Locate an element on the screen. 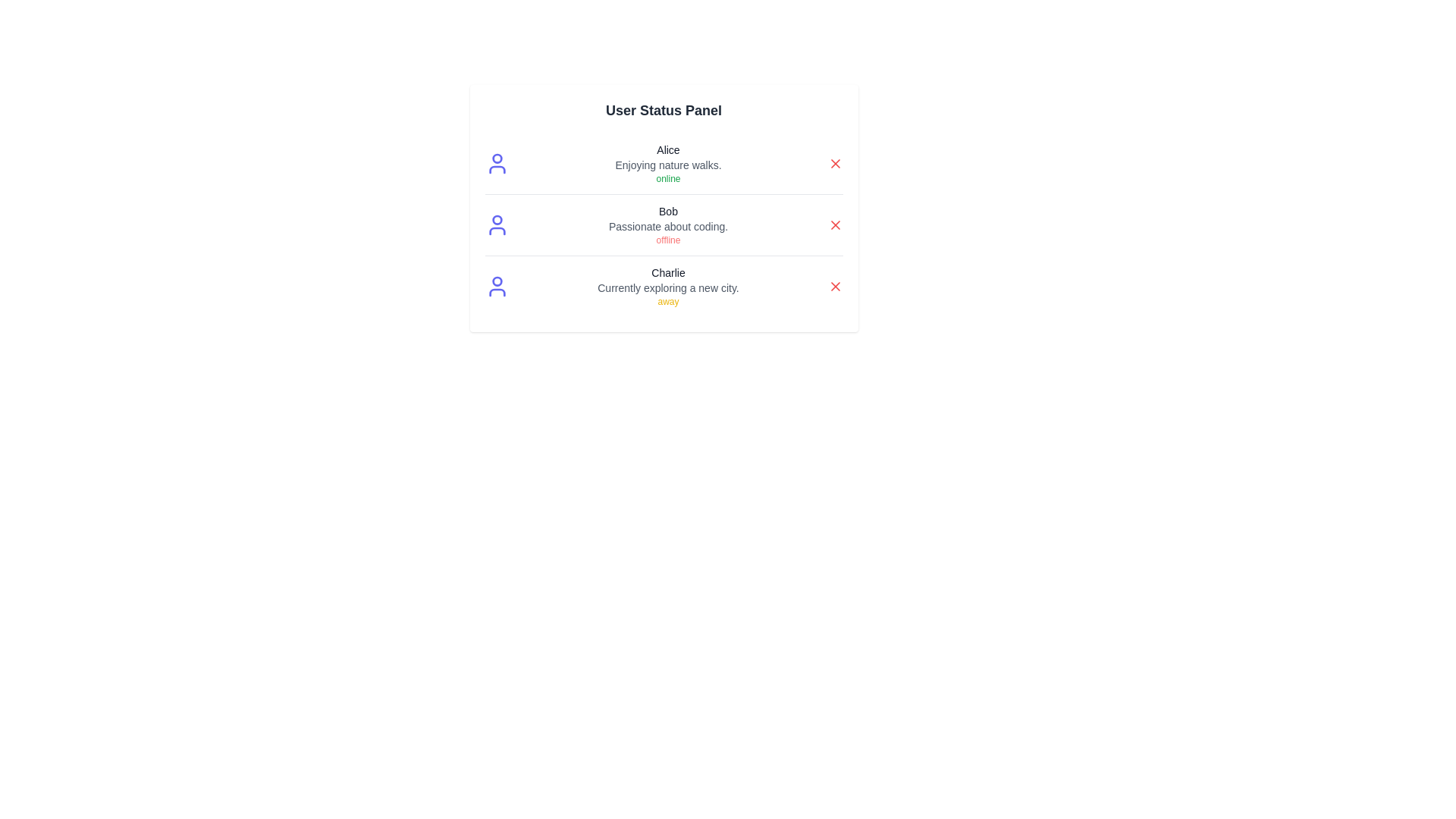  the small light yellow text label containing the text 'away', which is located below the description text in the 'Charlie' user block of the User Status Panel is located at coordinates (667, 301).